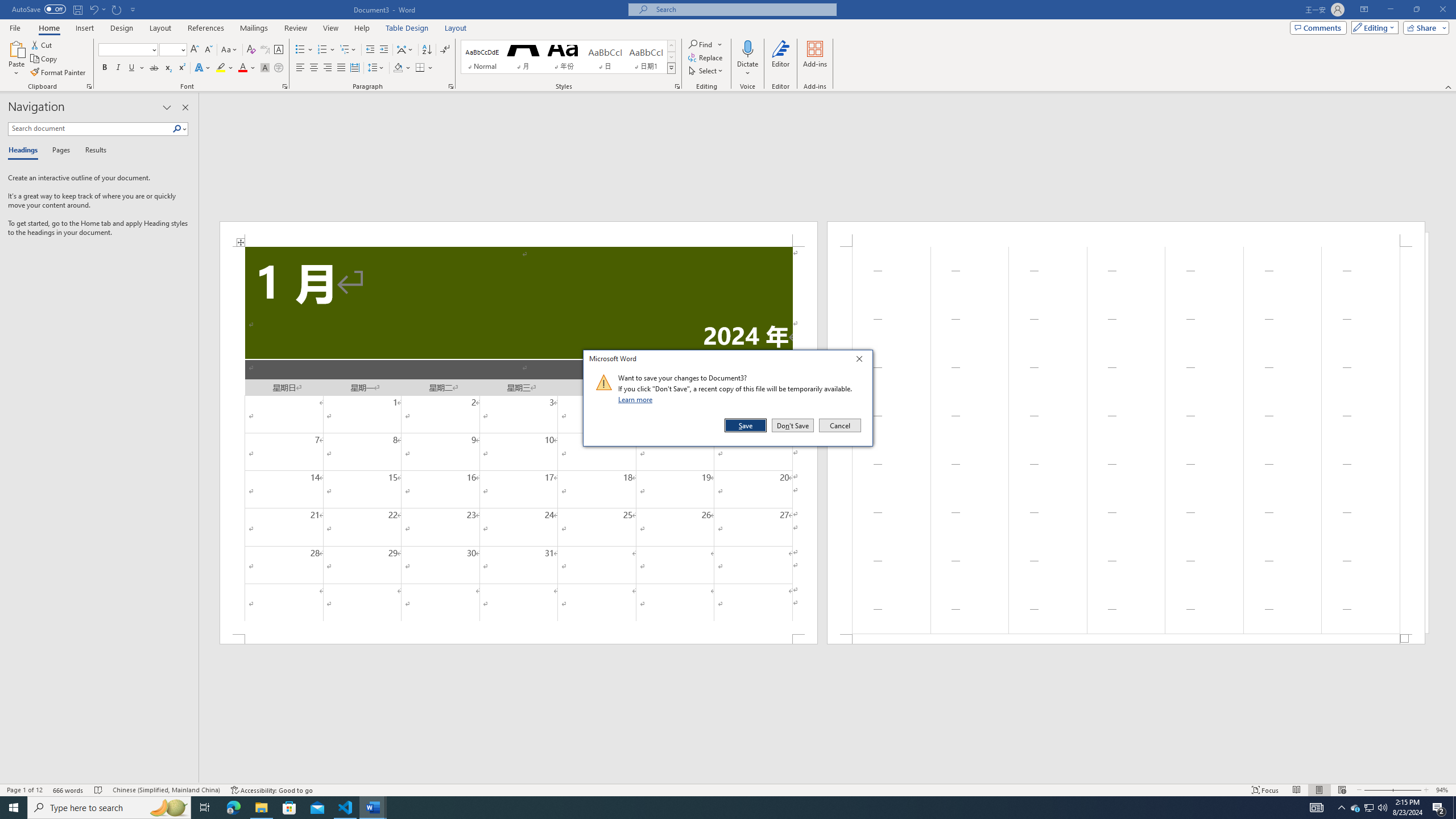  I want to click on 'Shading RGB(0, 0, 0)', so click(398, 67).